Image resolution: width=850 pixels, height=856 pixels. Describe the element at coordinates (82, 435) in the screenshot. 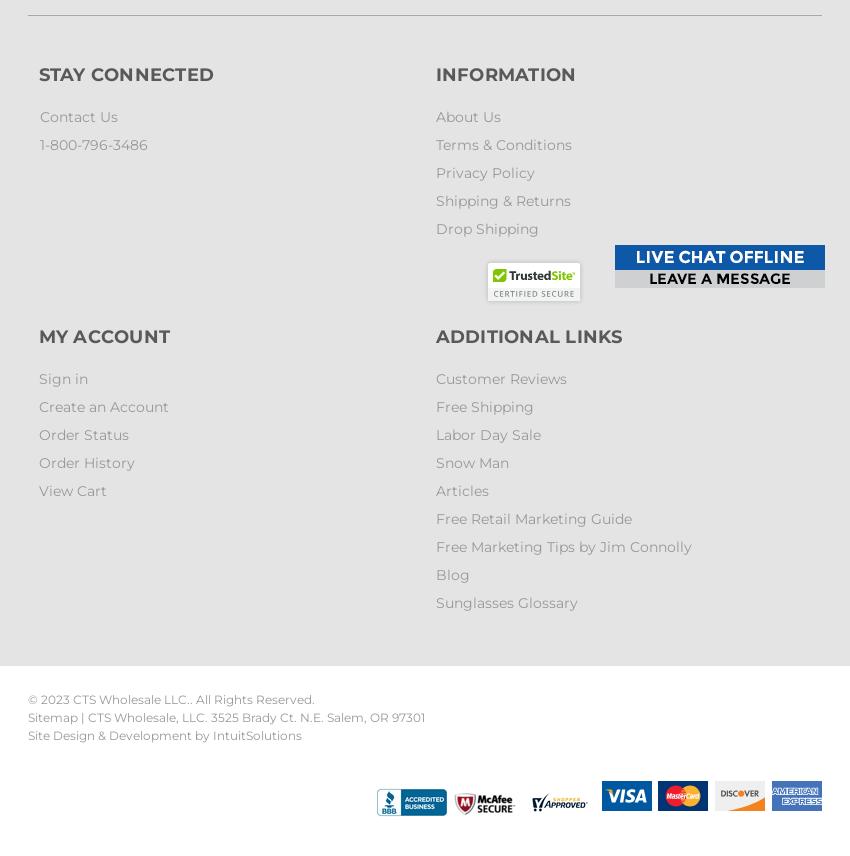

I see `'Order Status'` at that location.